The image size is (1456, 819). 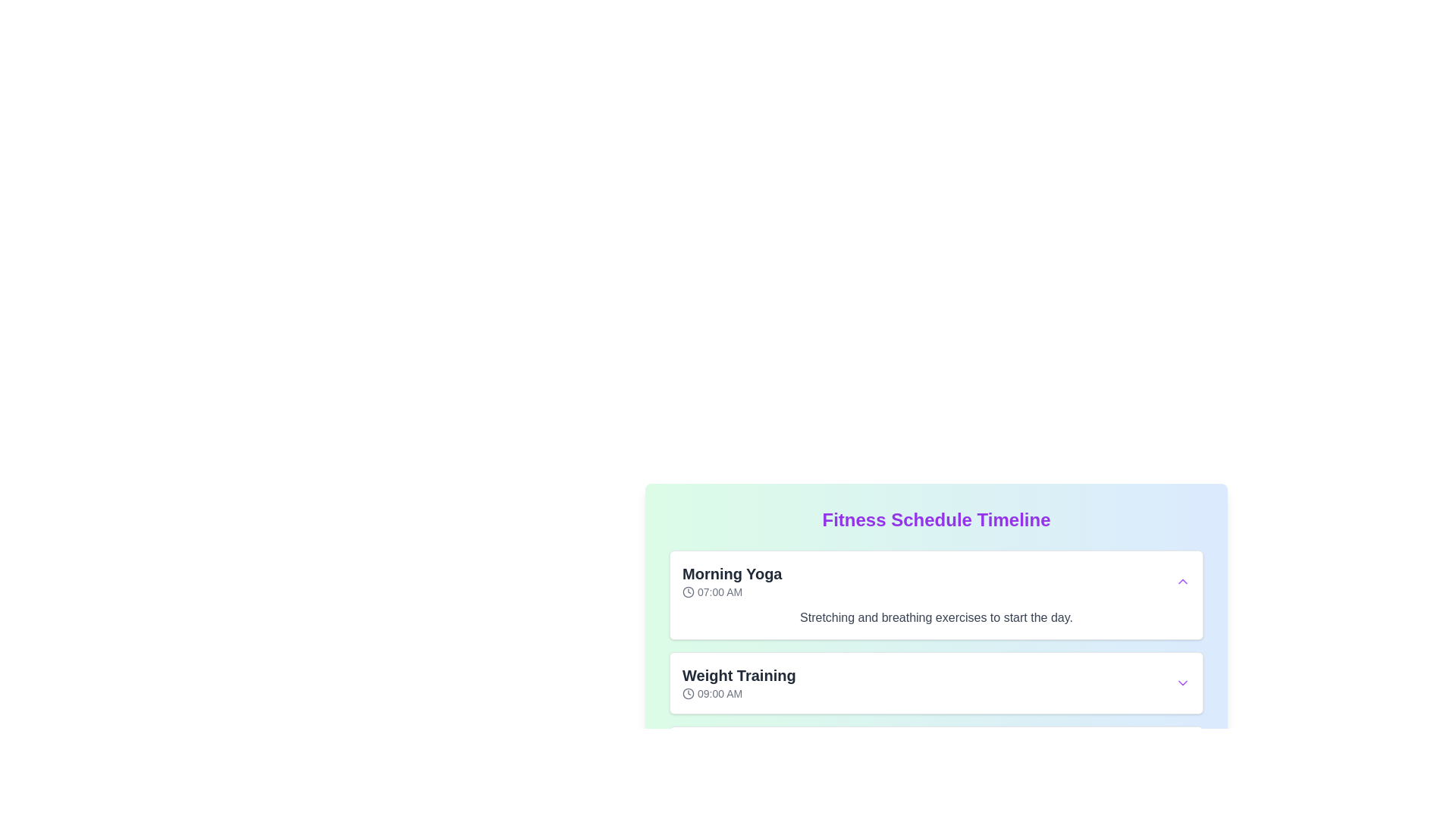 I want to click on the text label that serves as the title for the fitness schedule, positioned at the top of a rounded, shadowed panel with a gradient background, so click(x=935, y=519).